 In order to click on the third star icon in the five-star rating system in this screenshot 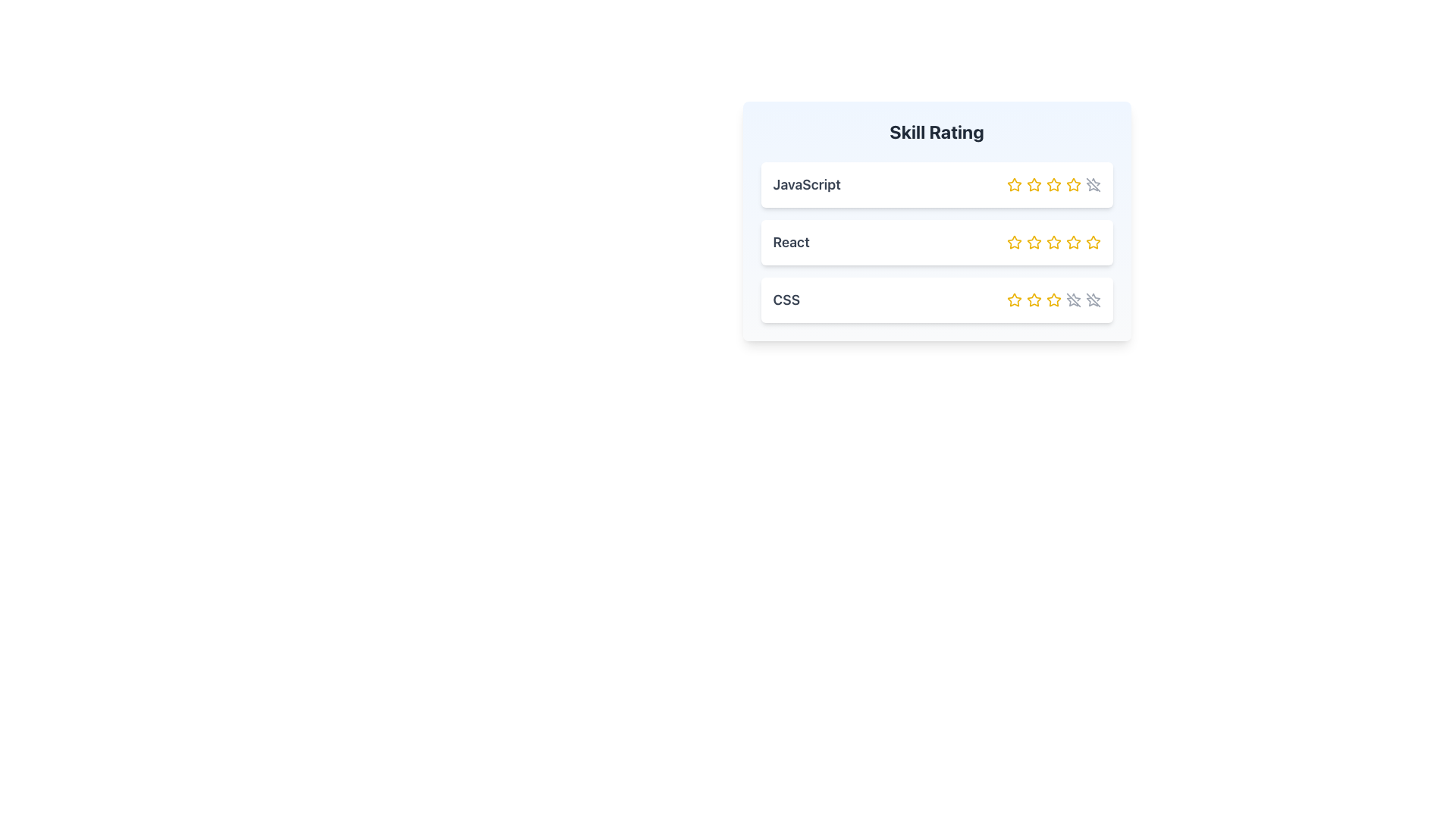, I will do `click(1053, 184)`.